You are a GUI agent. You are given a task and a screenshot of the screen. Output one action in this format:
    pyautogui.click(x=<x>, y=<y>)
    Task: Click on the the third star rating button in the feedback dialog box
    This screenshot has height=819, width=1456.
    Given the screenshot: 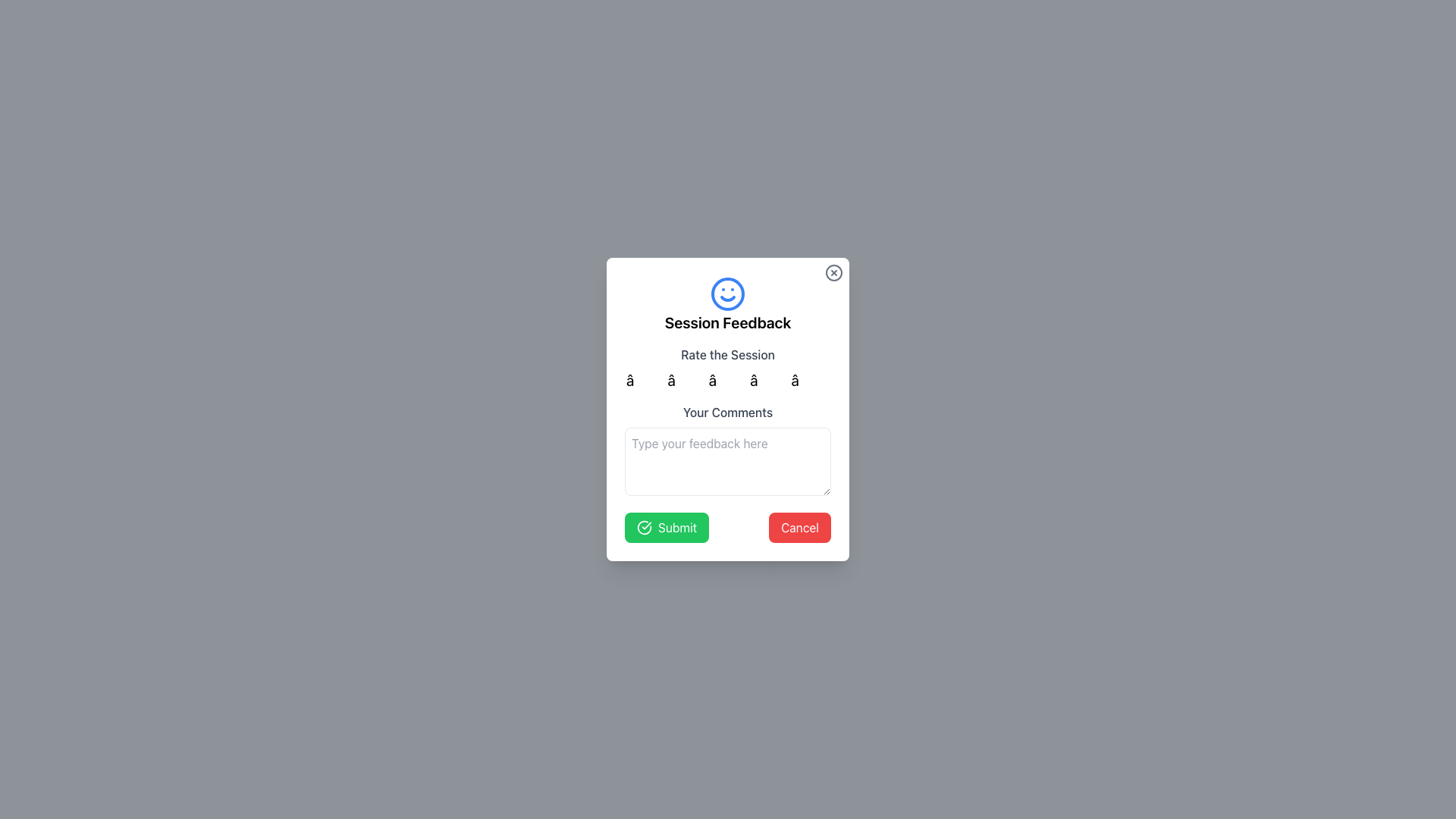 What is the action you would take?
    pyautogui.click(x=728, y=379)
    